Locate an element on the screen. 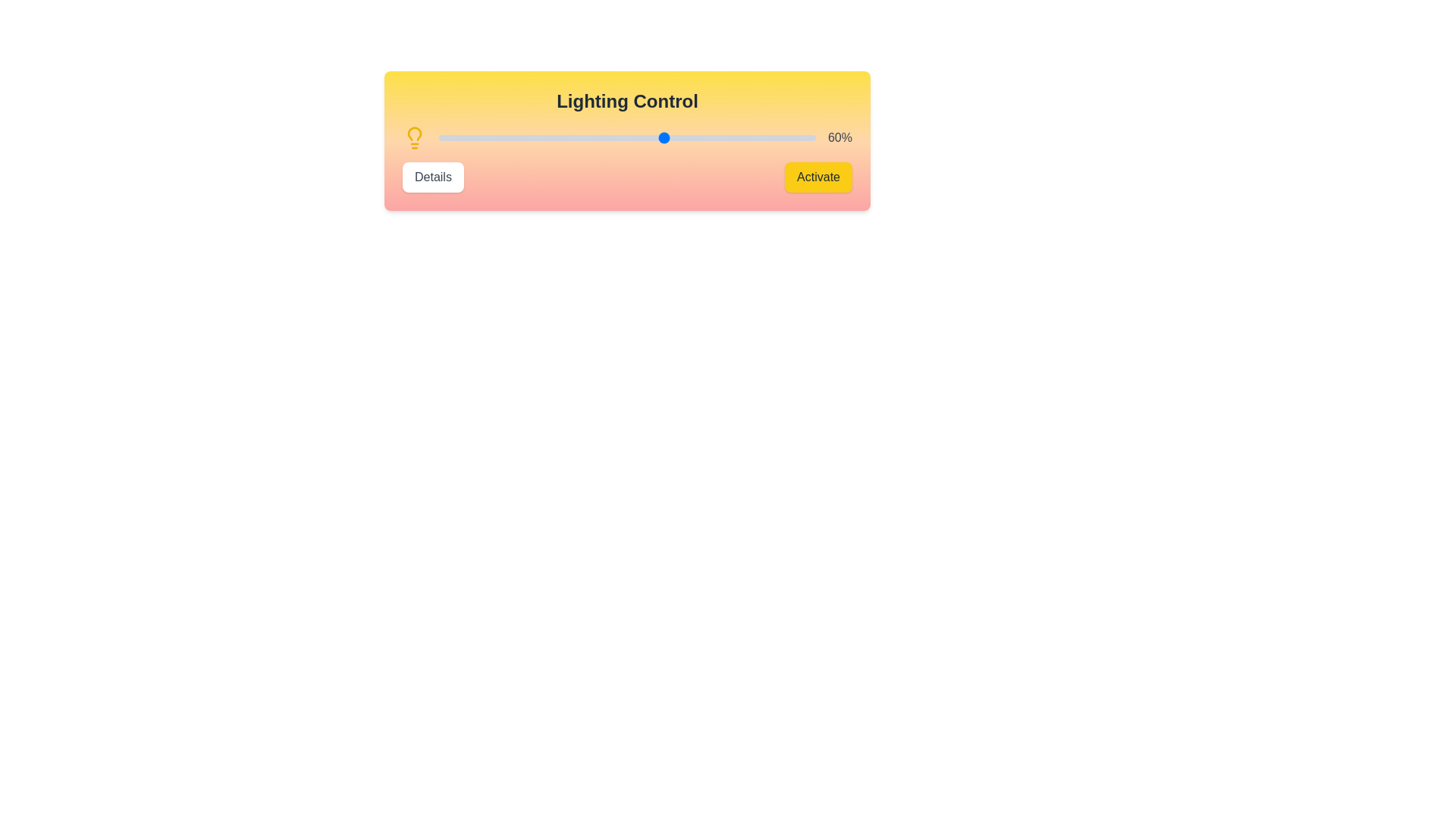 The image size is (1456, 819). the lighting intensity to 2% by interacting with the slider is located at coordinates (445, 137).